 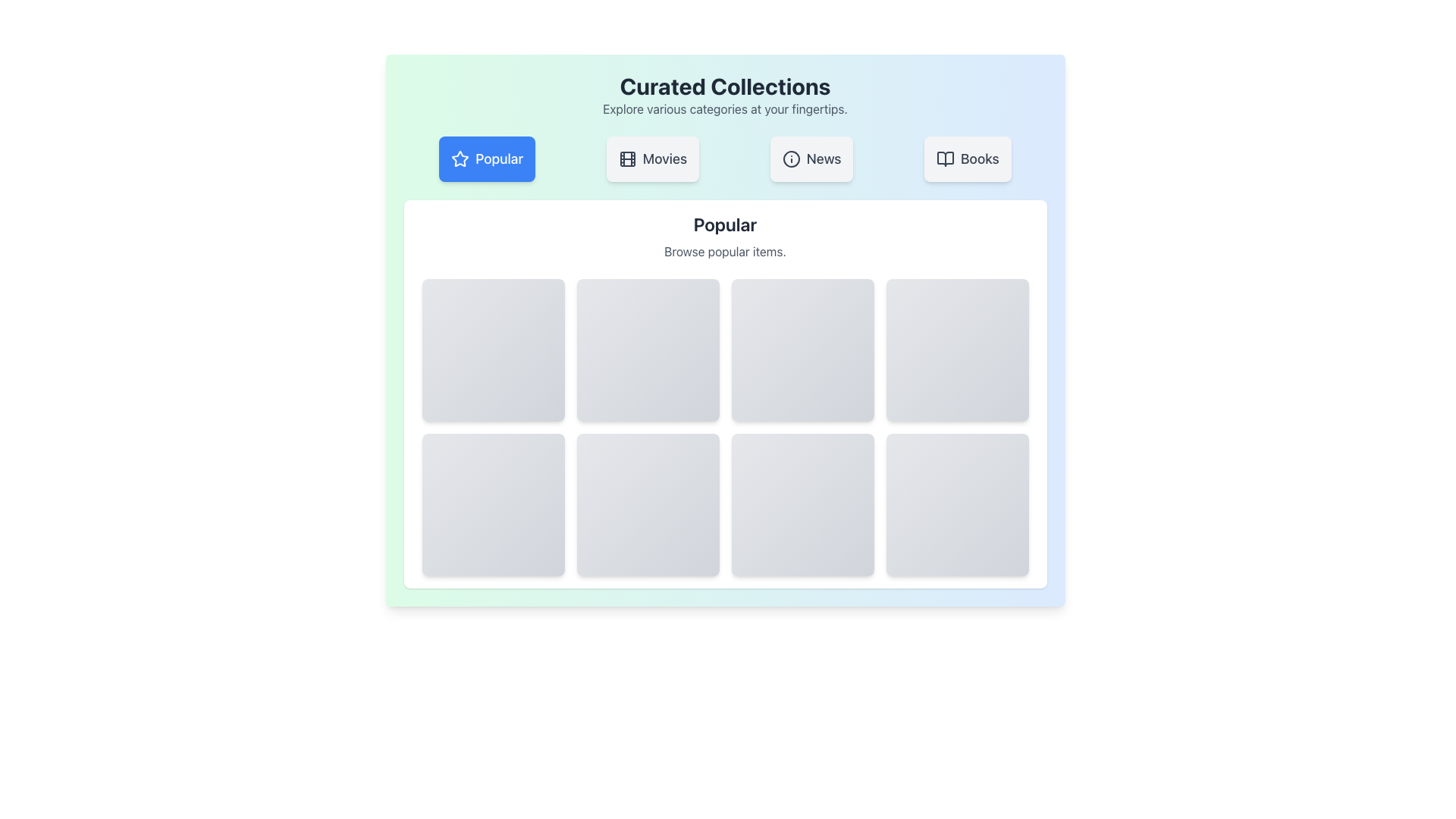 What do you see at coordinates (460, 158) in the screenshot?
I see `the star icon located to the left of the text within the blue 'Popular' button, which signifies the importance of this category` at bounding box center [460, 158].